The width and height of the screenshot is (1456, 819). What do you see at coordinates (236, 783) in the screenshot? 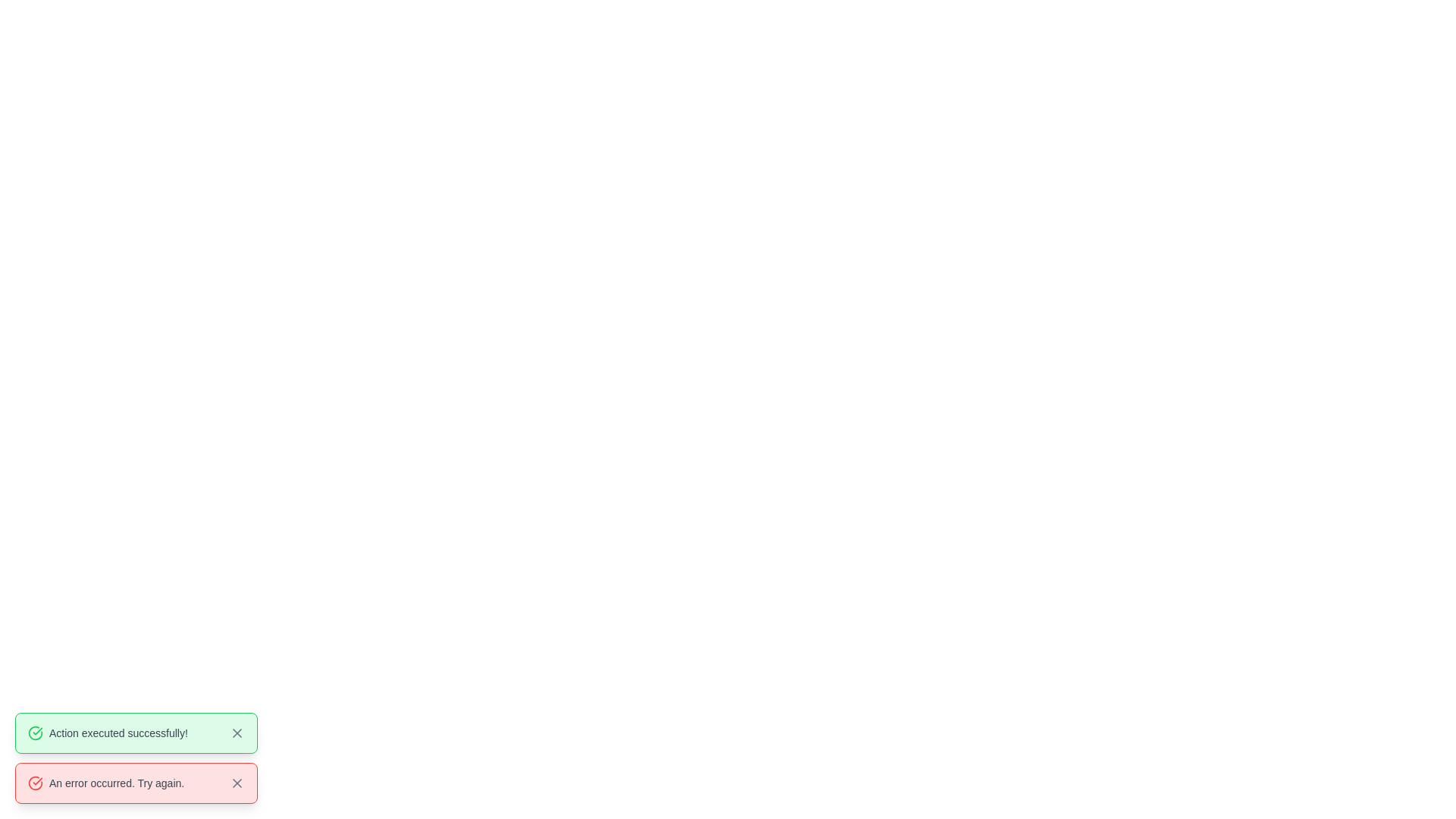
I see `the close ('X') icon located in the top-right corner of the red notification bar that displays the message 'An error occurred. Try again.'` at bounding box center [236, 783].